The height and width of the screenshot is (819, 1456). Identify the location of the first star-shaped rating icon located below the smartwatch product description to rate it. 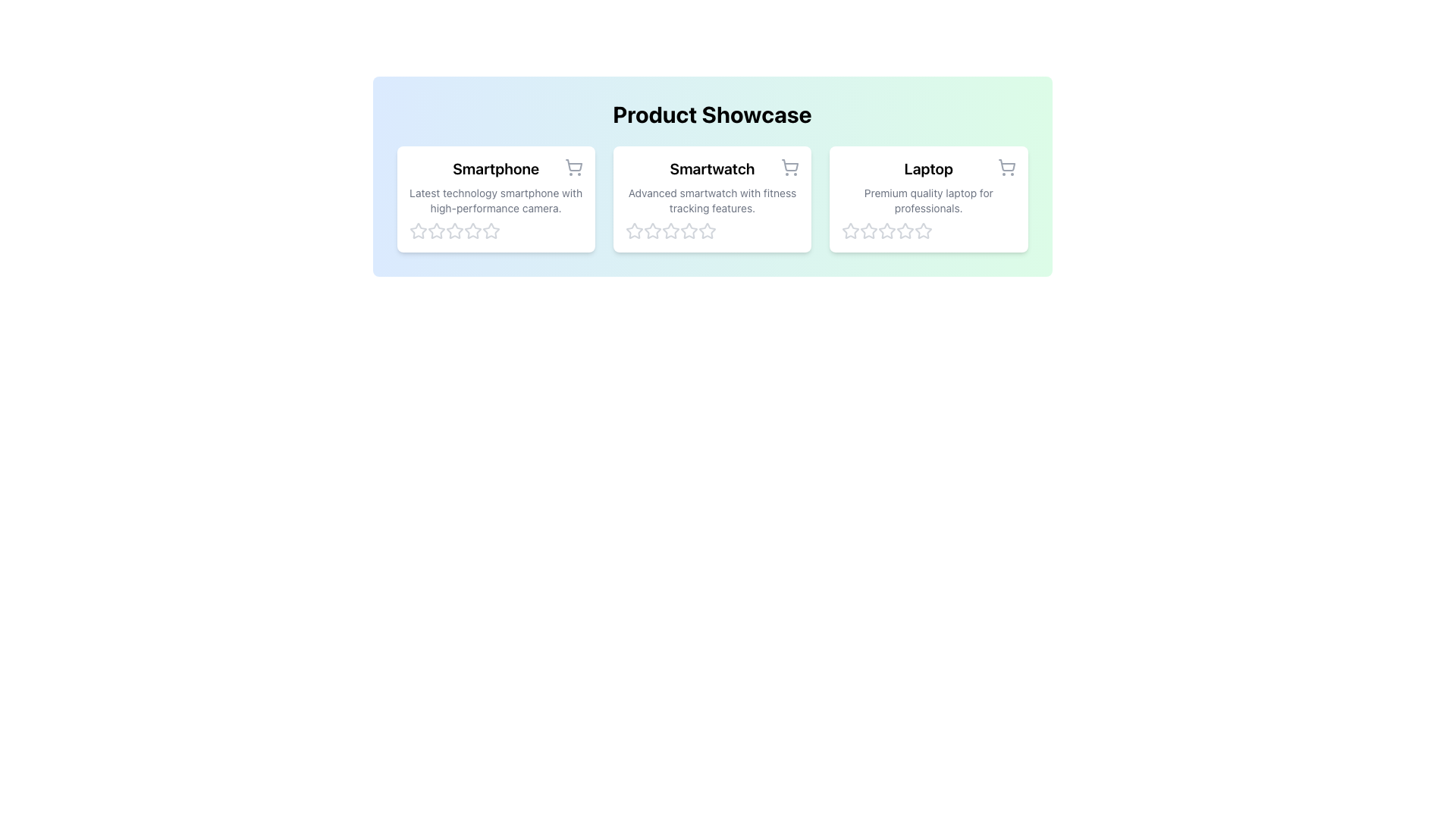
(652, 231).